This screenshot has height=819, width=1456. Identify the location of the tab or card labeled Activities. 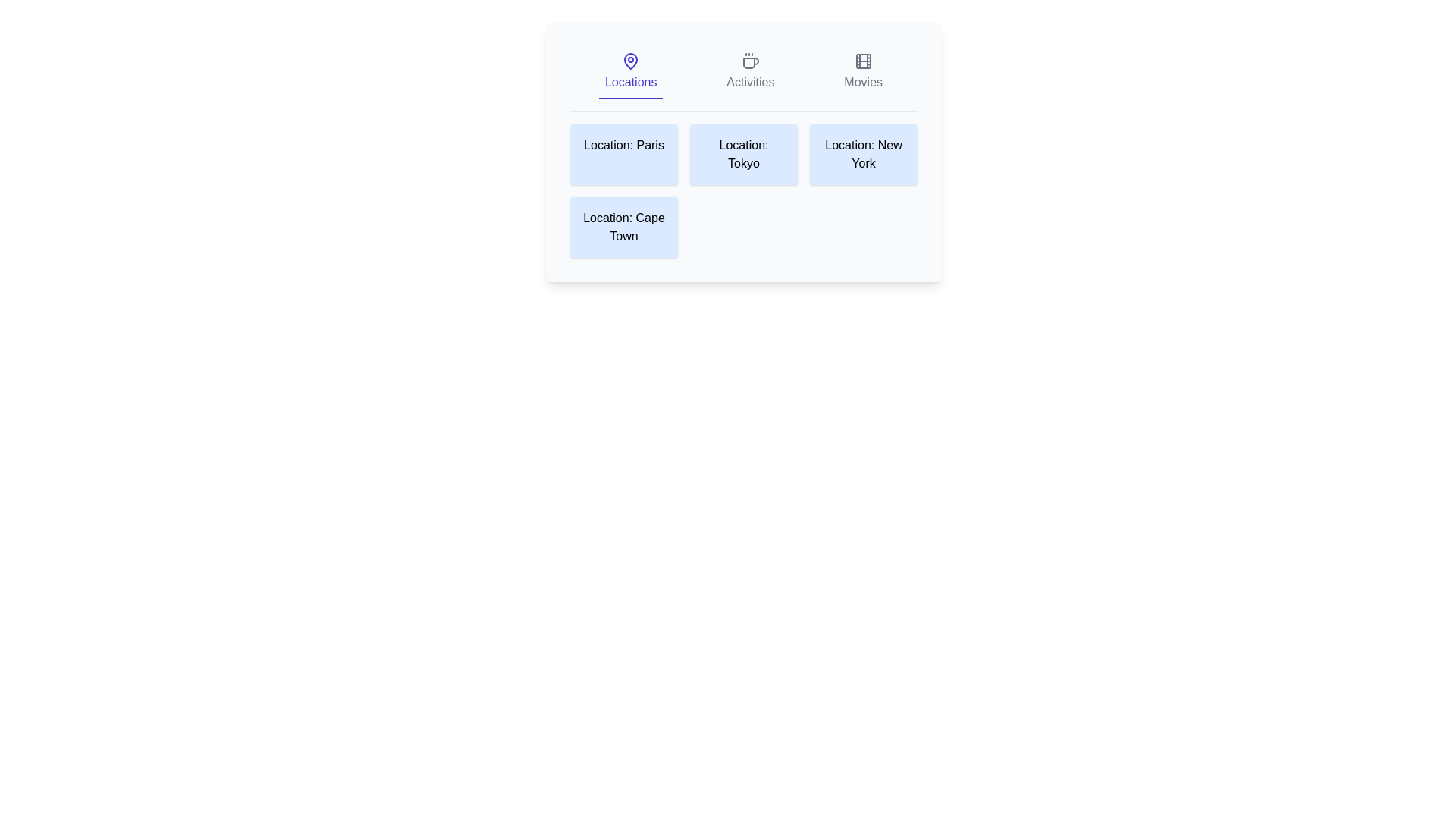
(750, 73).